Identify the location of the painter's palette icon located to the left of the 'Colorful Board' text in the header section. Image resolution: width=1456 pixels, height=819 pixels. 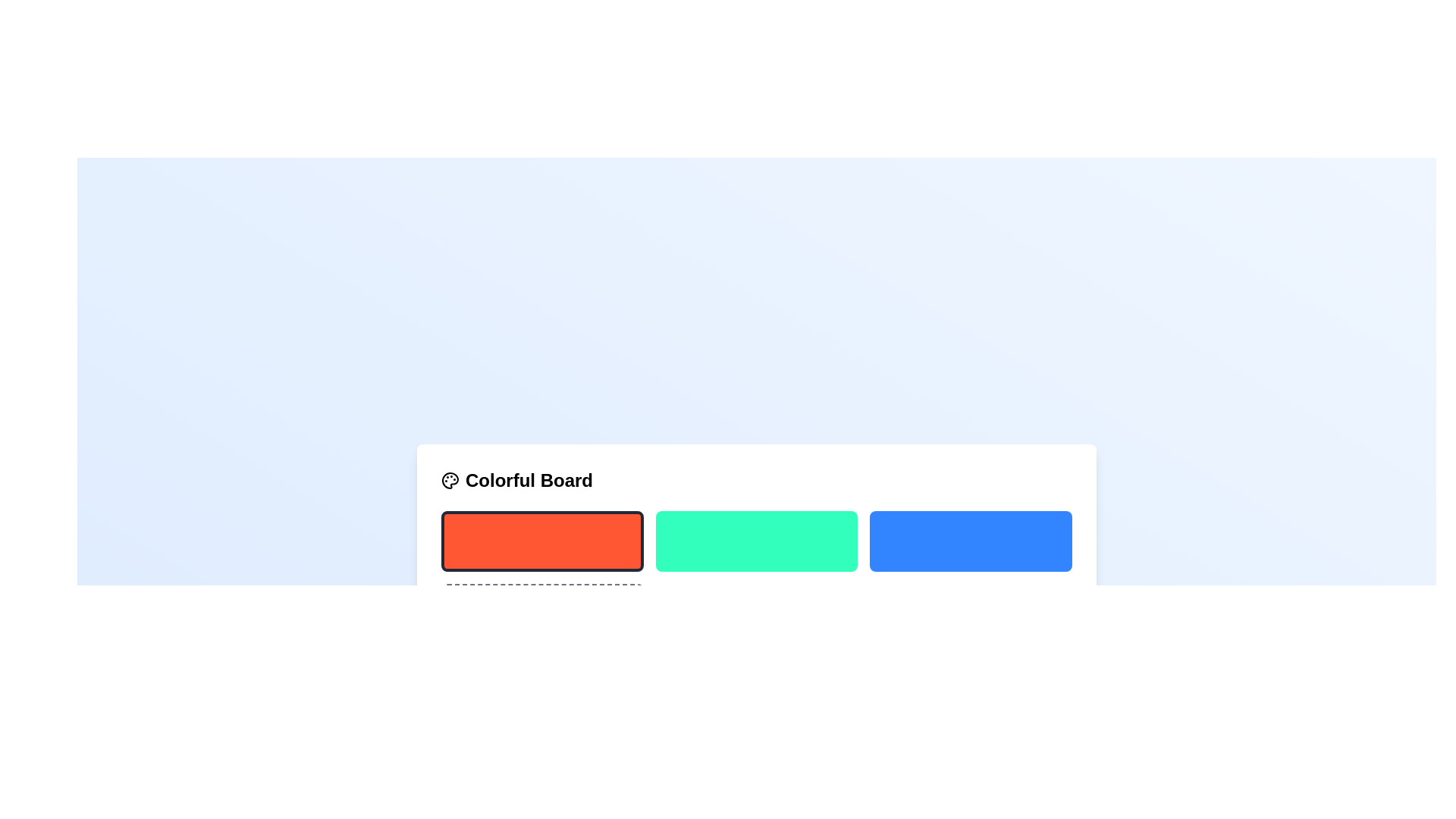
(450, 480).